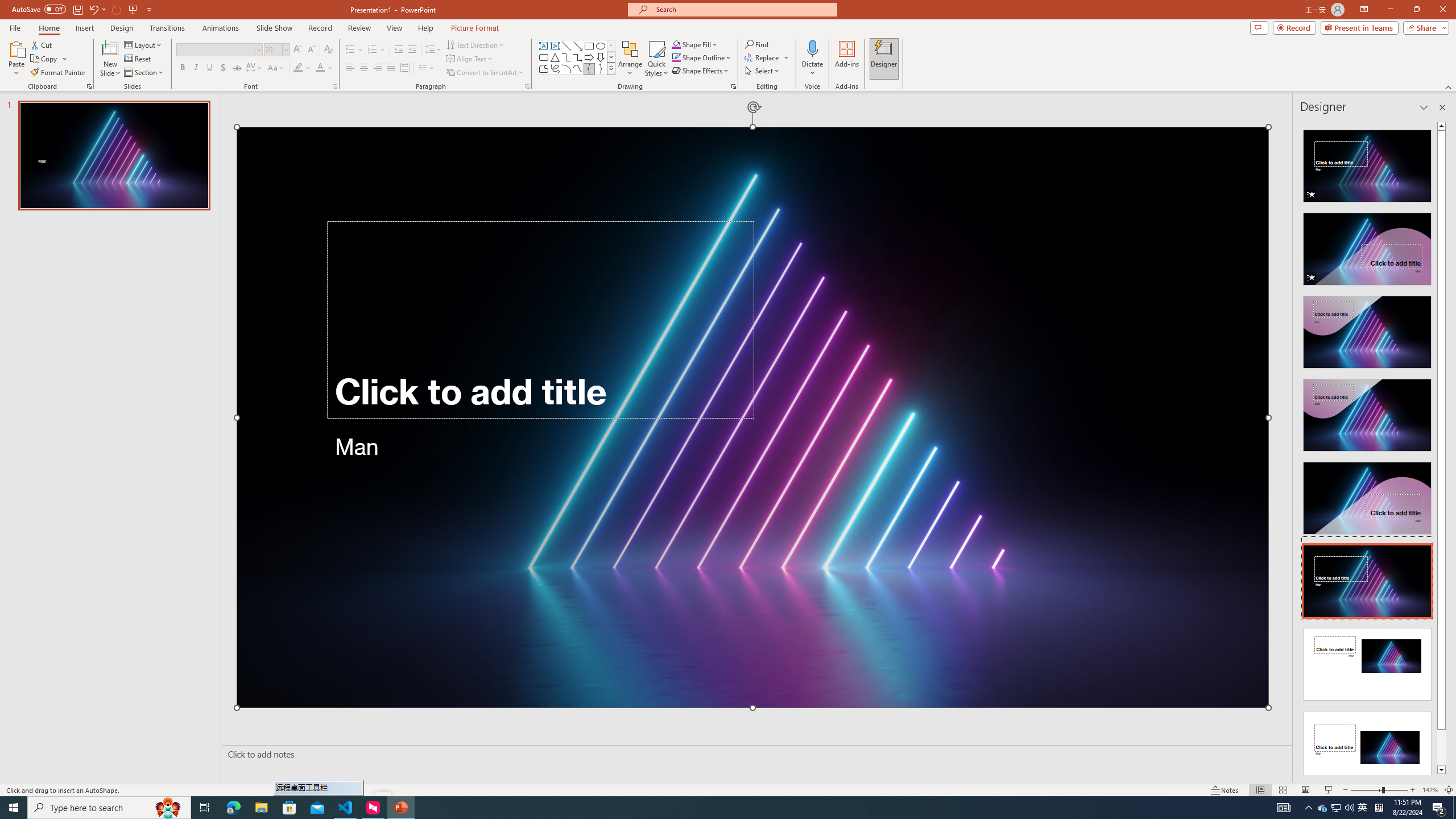  Describe the element at coordinates (1366, 246) in the screenshot. I see `'Design Idea with Animation'` at that location.